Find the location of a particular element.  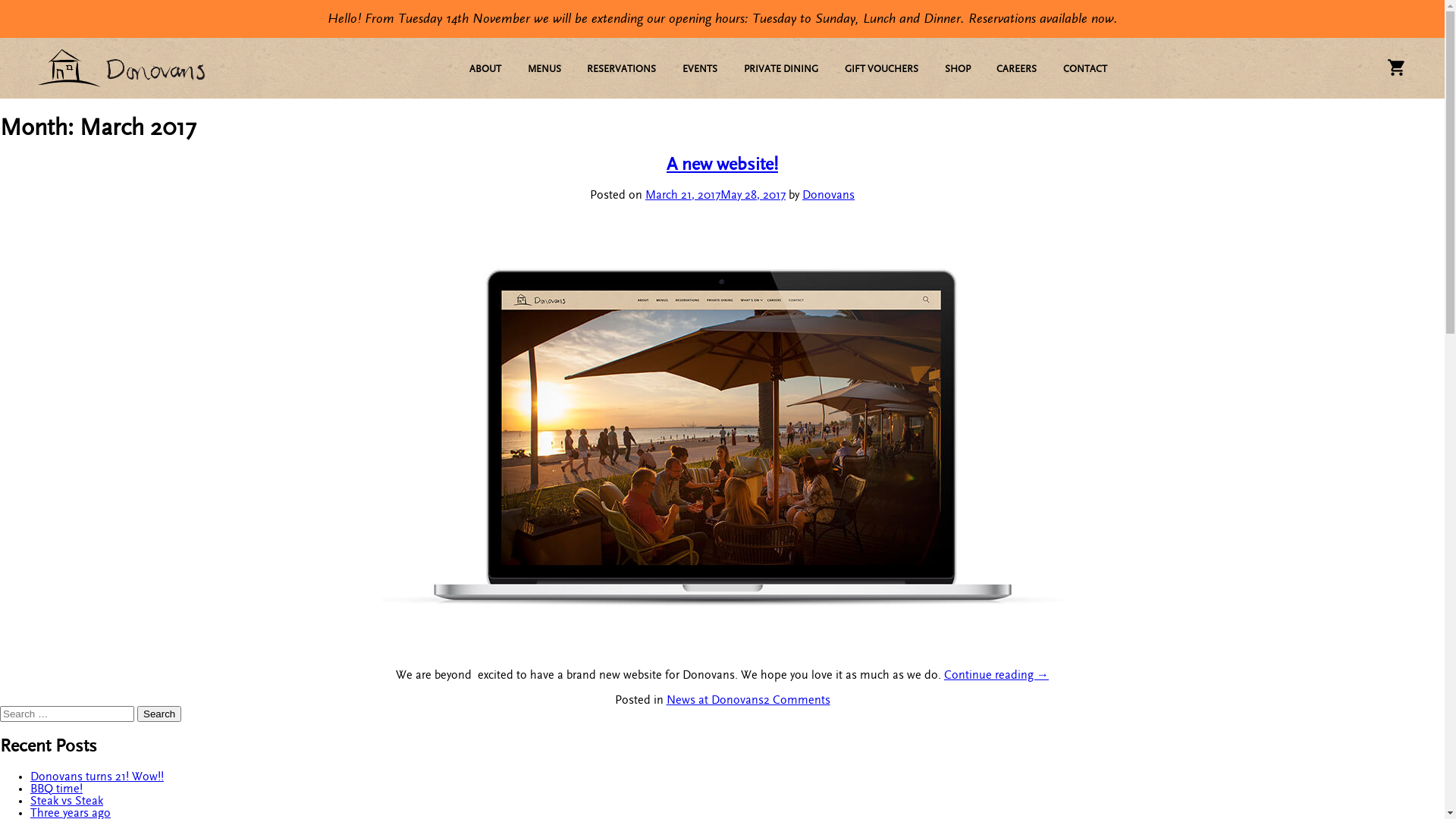

'ABOUT' is located at coordinates (484, 69).